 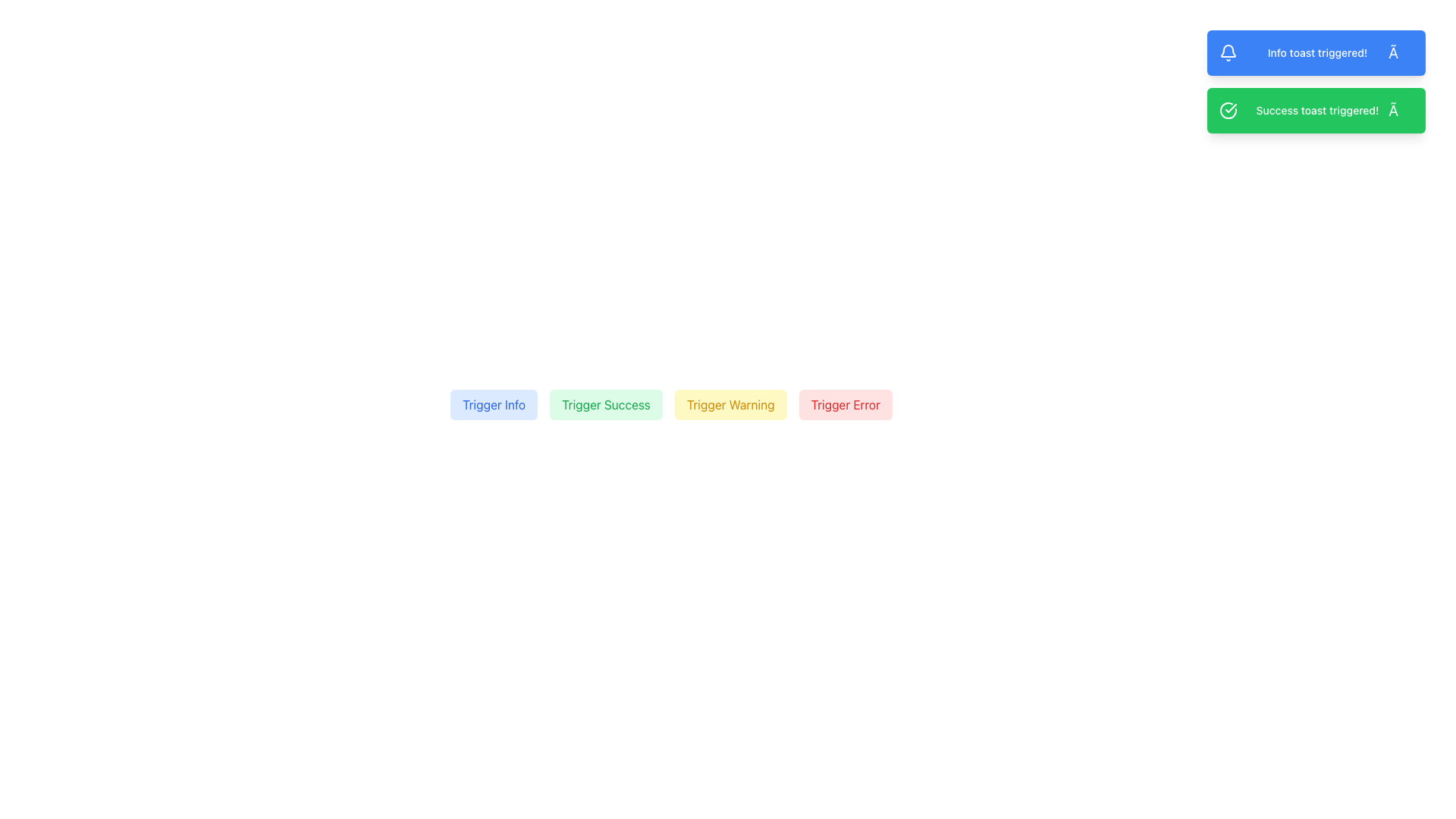 I want to click on the thin white checkmark icon located inside the green notification bar, positioned to the left of the text content, so click(x=1231, y=107).